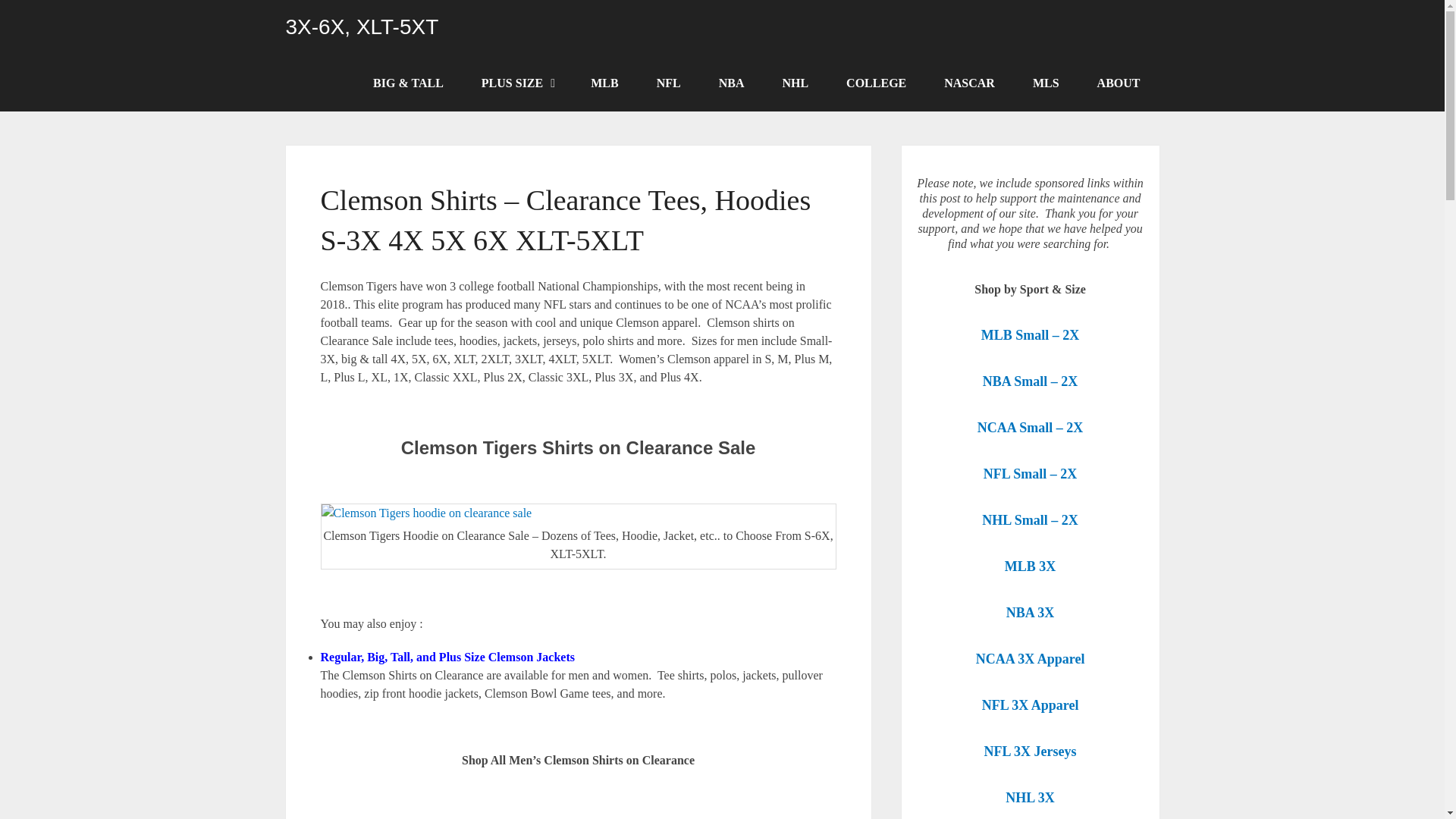 The width and height of the screenshot is (1456, 819). What do you see at coordinates (1030, 612) in the screenshot?
I see `'NBA 3X'` at bounding box center [1030, 612].